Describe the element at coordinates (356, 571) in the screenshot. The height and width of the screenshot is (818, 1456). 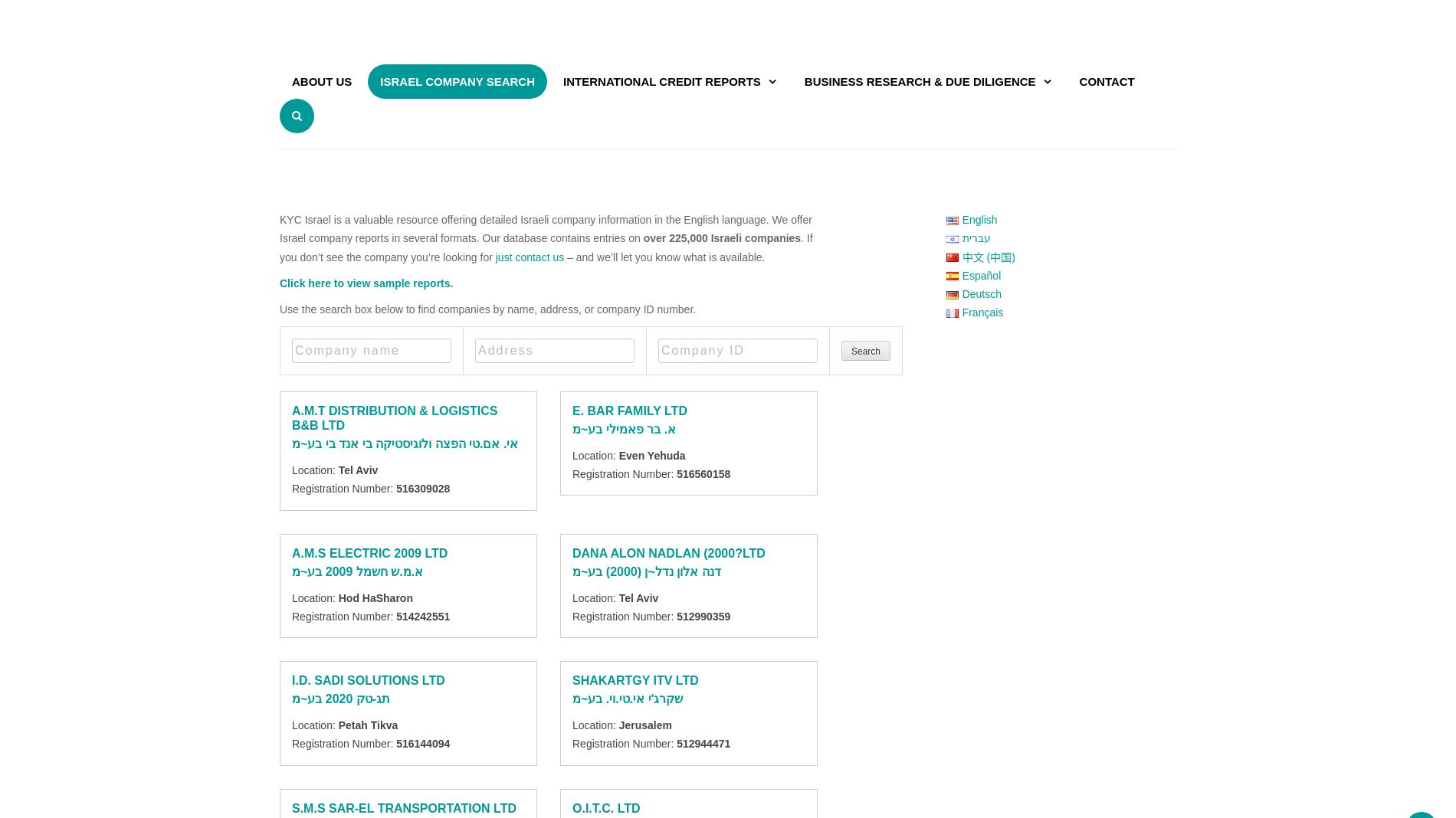
I see `'א.מ.ש חשמל 2009 בע~מ'` at that location.